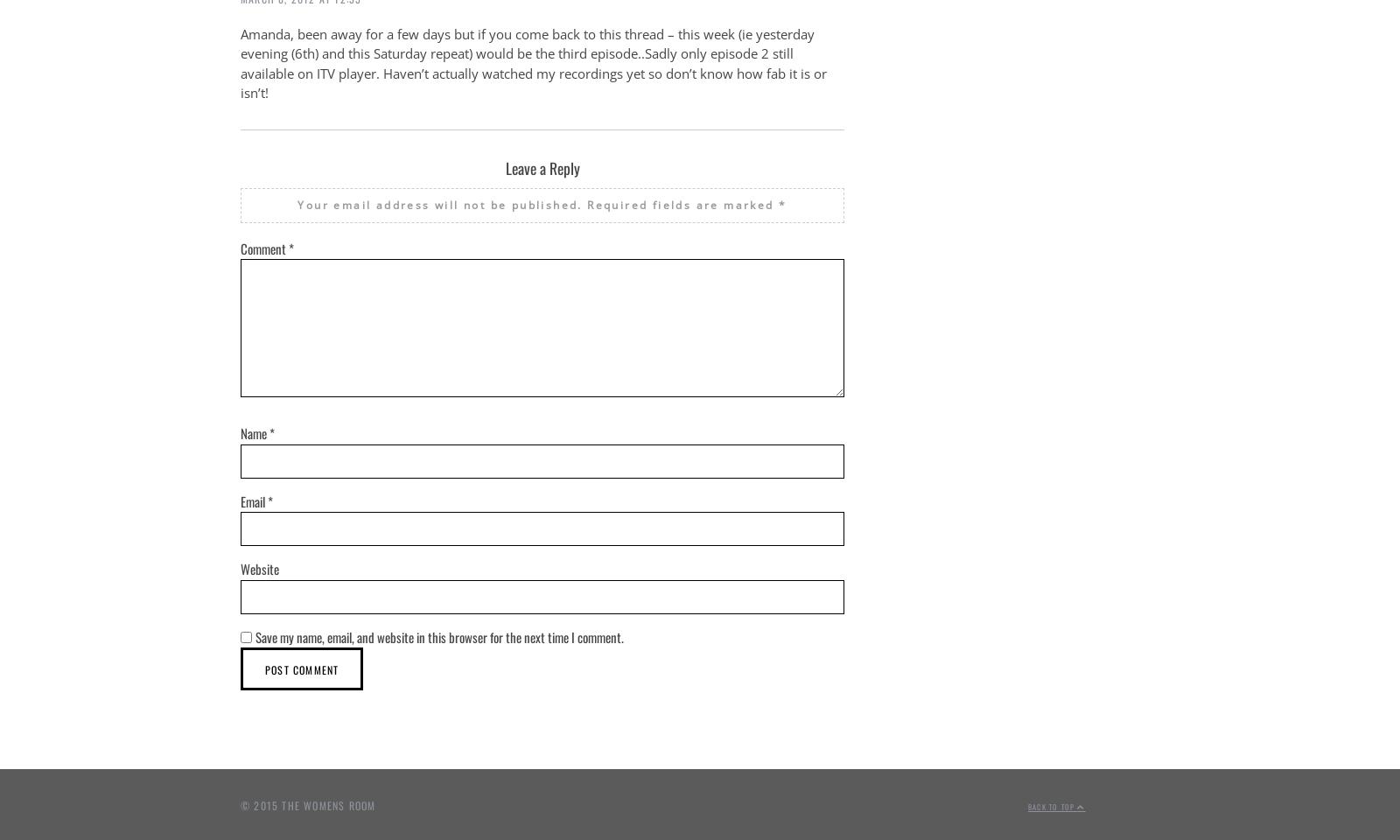 Image resolution: width=1400 pixels, height=840 pixels. I want to click on 'Your email address will not be published.', so click(438, 204).